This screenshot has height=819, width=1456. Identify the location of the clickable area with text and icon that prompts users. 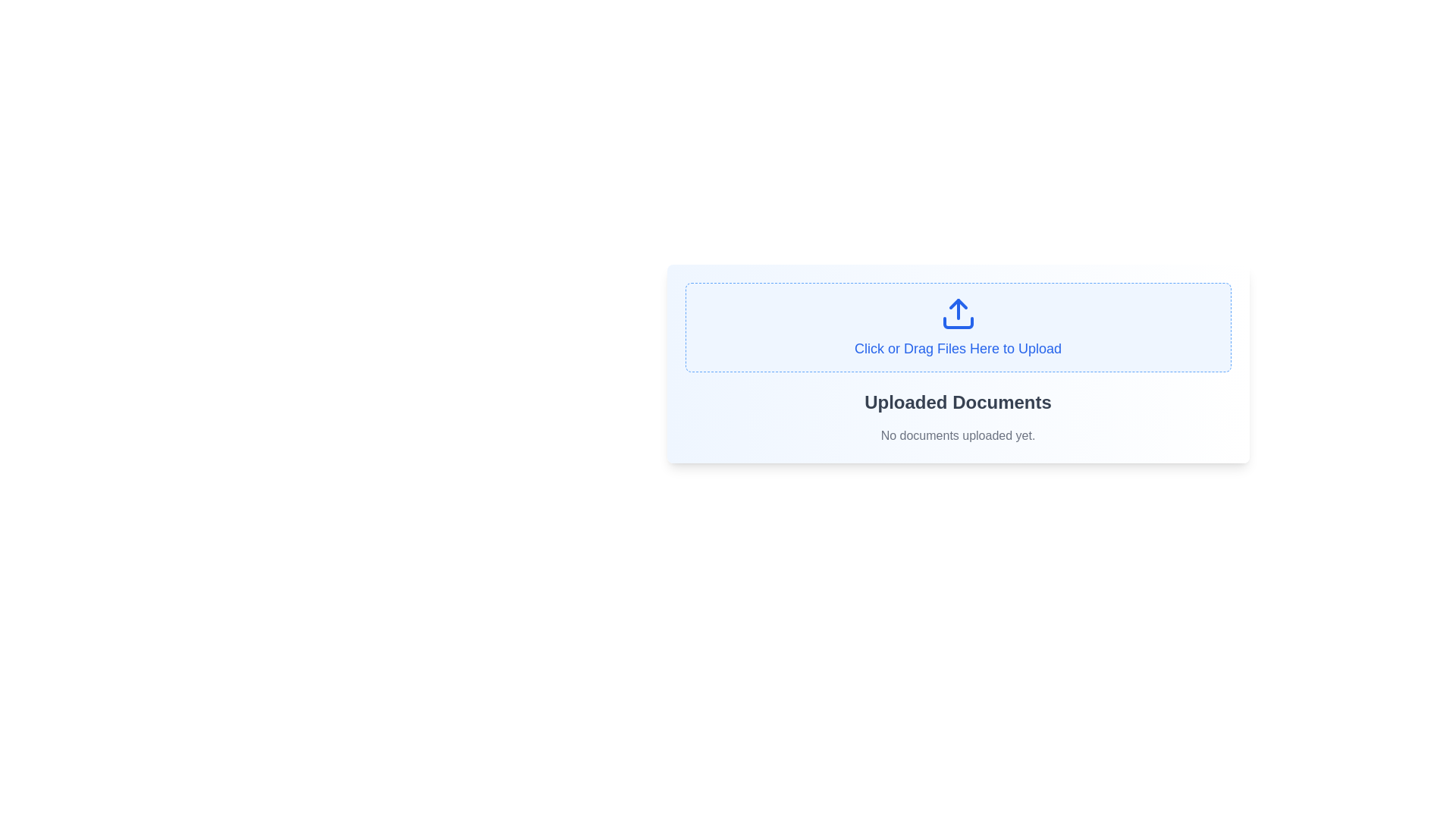
(957, 327).